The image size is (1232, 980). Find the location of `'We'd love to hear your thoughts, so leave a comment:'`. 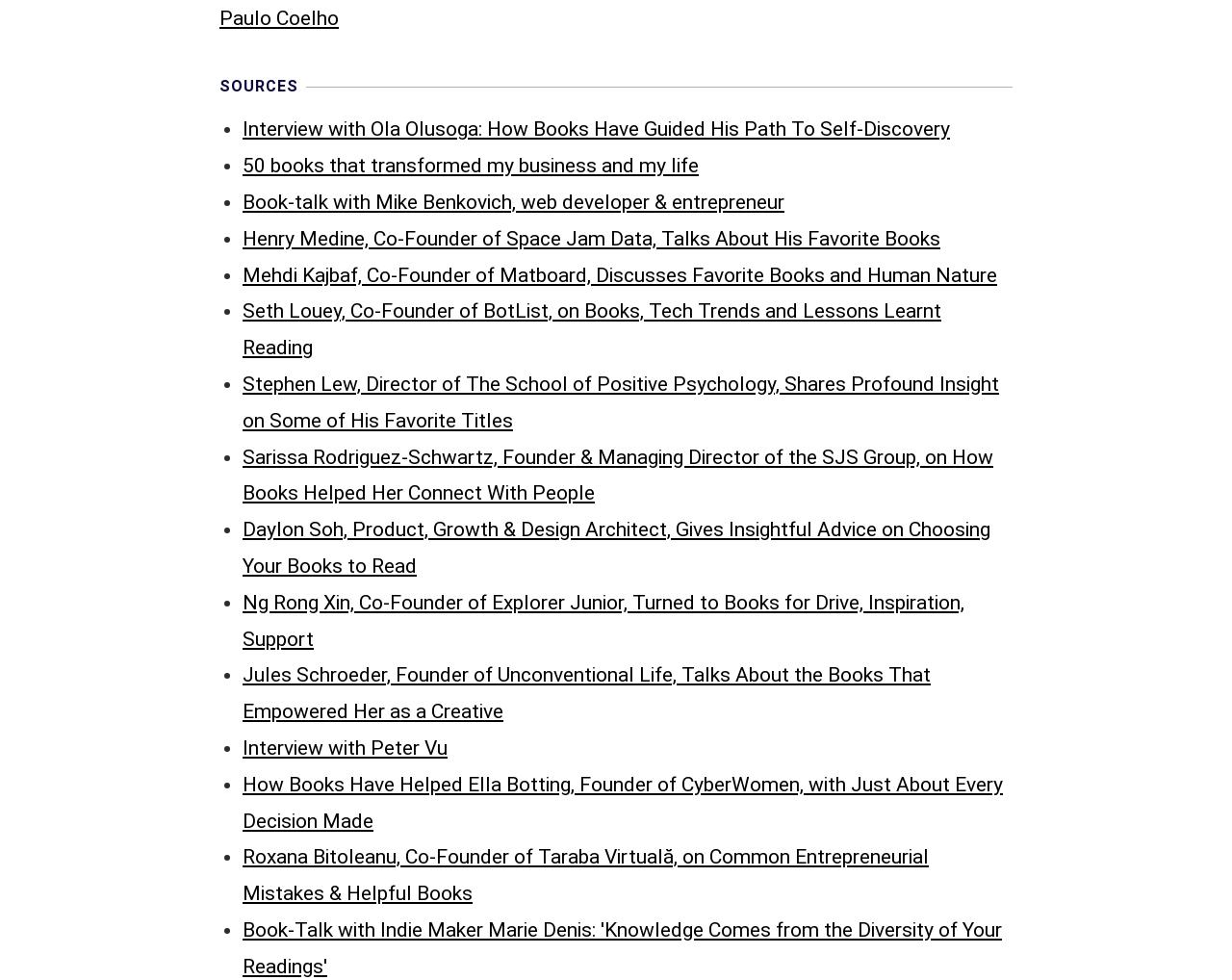

'We'd love to hear your thoughts, so leave a comment:' is located at coordinates (218, 772).